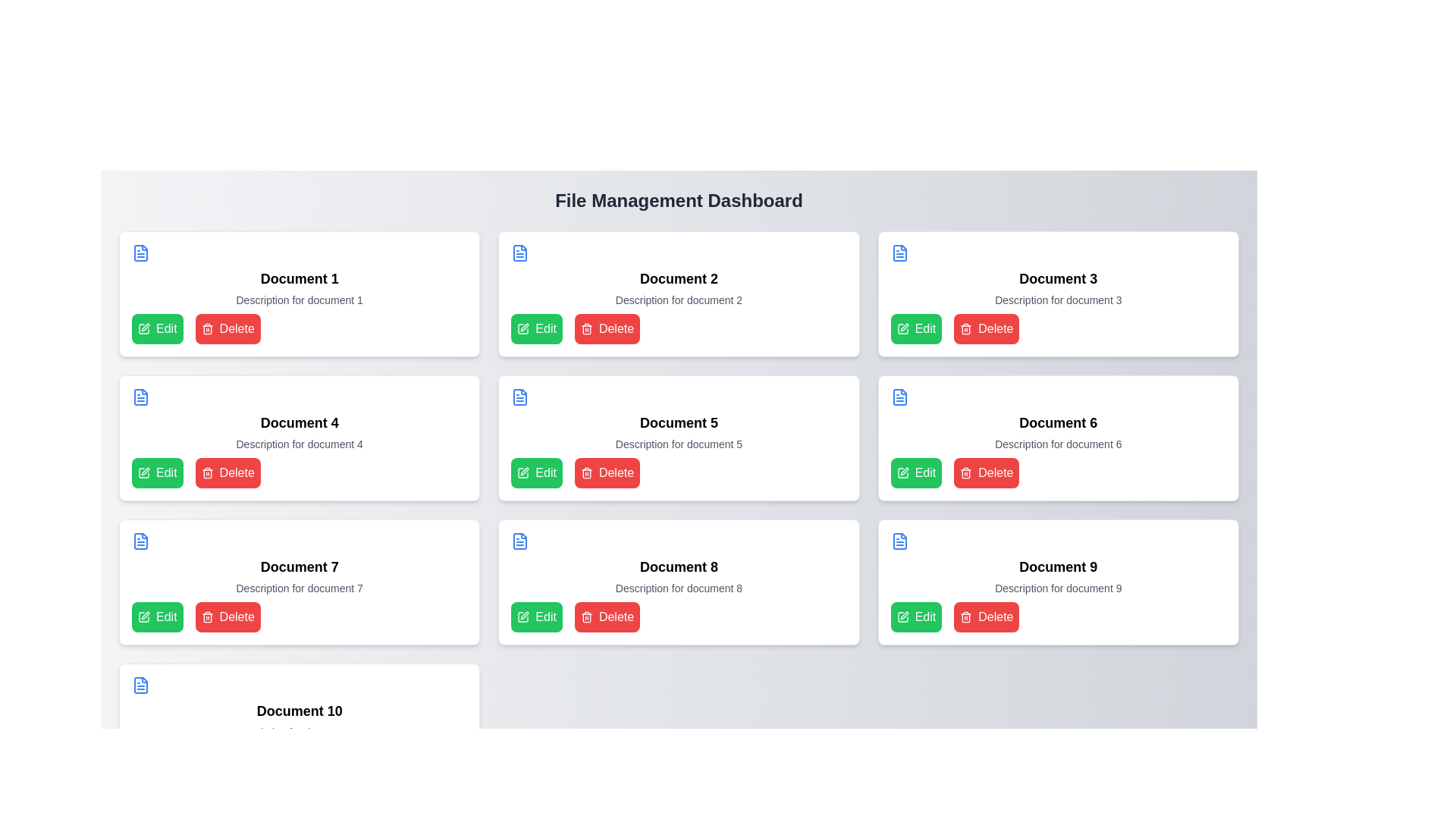 The width and height of the screenshot is (1456, 819). Describe the element at coordinates (1057, 587) in the screenshot. I see `the descriptive text label that provides additional information about 'Document 9', which is located under the title and above the 'Edit' and 'Delete' controls in the ninth card of the grid layout` at that location.